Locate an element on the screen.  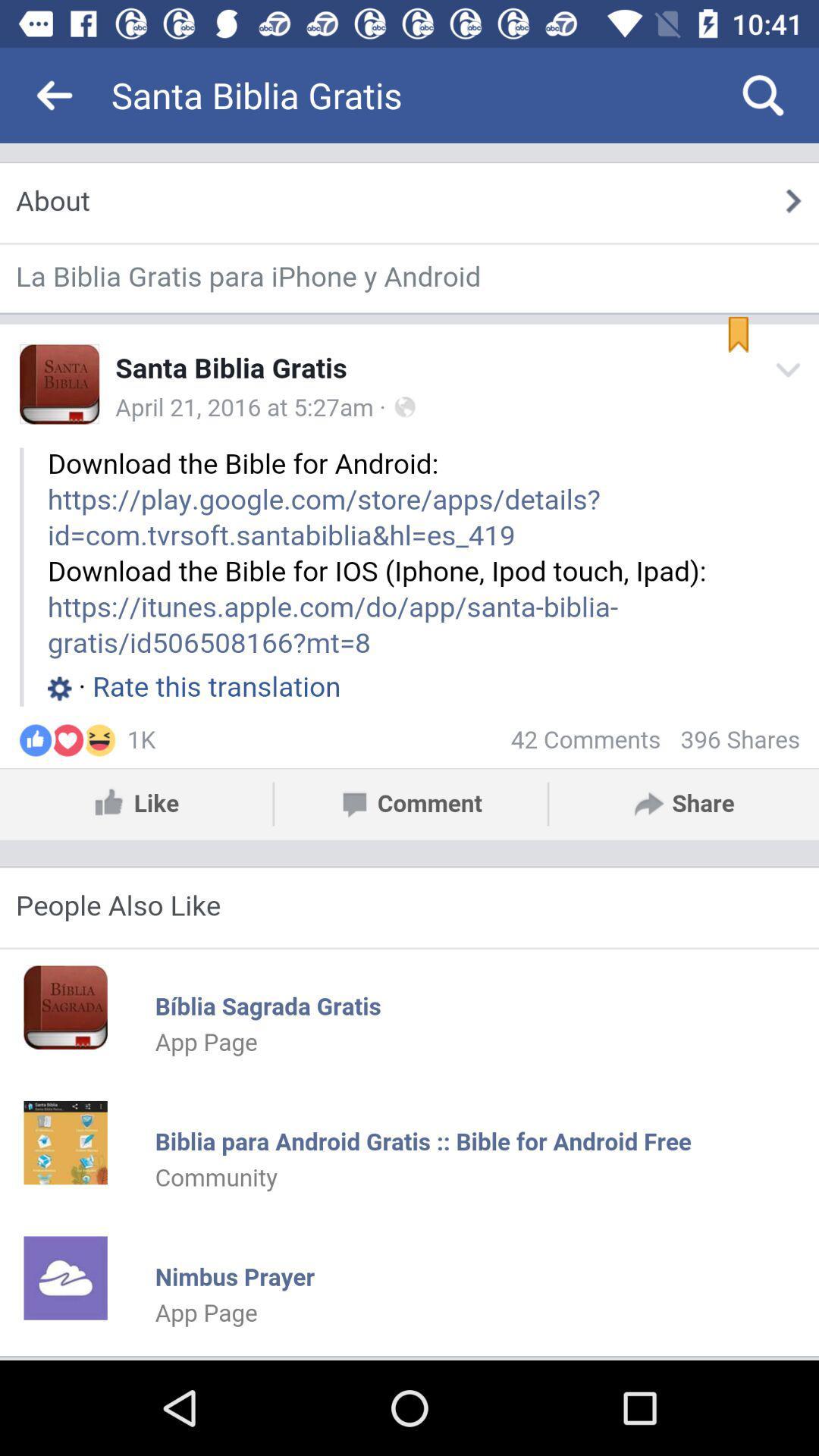
the icon next to santa biblia gratis icon is located at coordinates (55, 94).